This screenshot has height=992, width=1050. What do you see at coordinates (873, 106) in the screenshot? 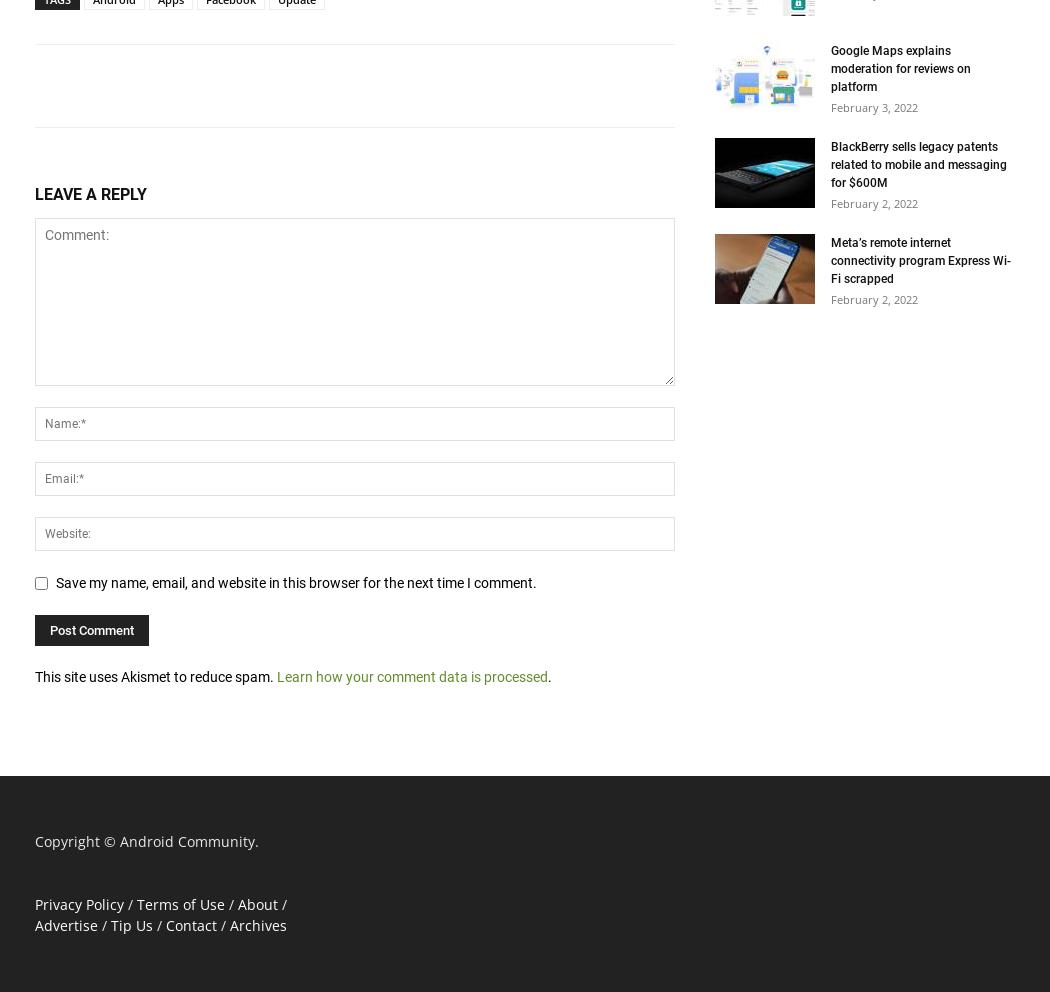
I see `'February 3, 2022'` at bounding box center [873, 106].